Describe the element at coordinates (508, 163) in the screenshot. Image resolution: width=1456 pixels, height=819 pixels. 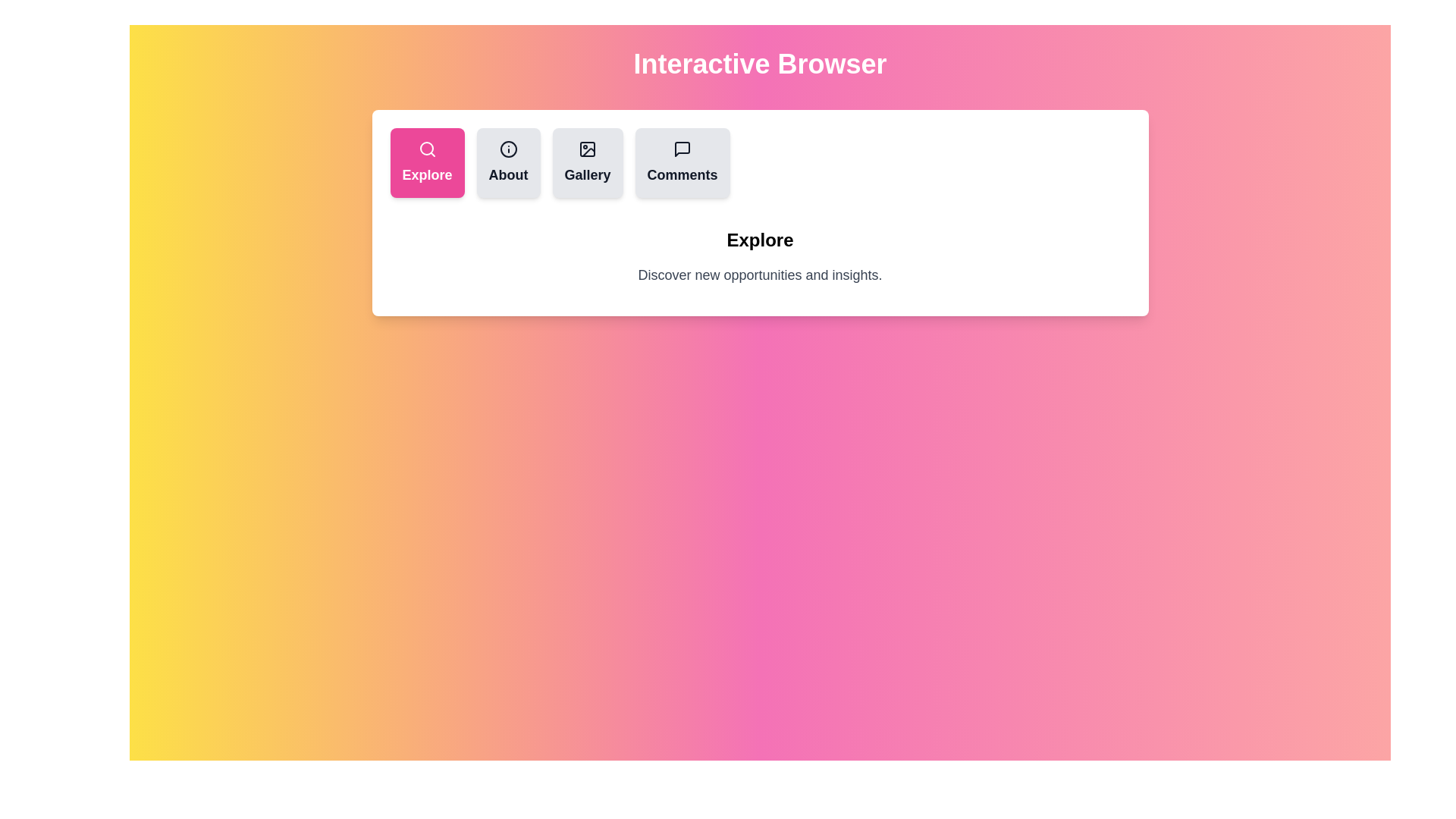
I see `the tab labeled About by clicking its button` at that location.